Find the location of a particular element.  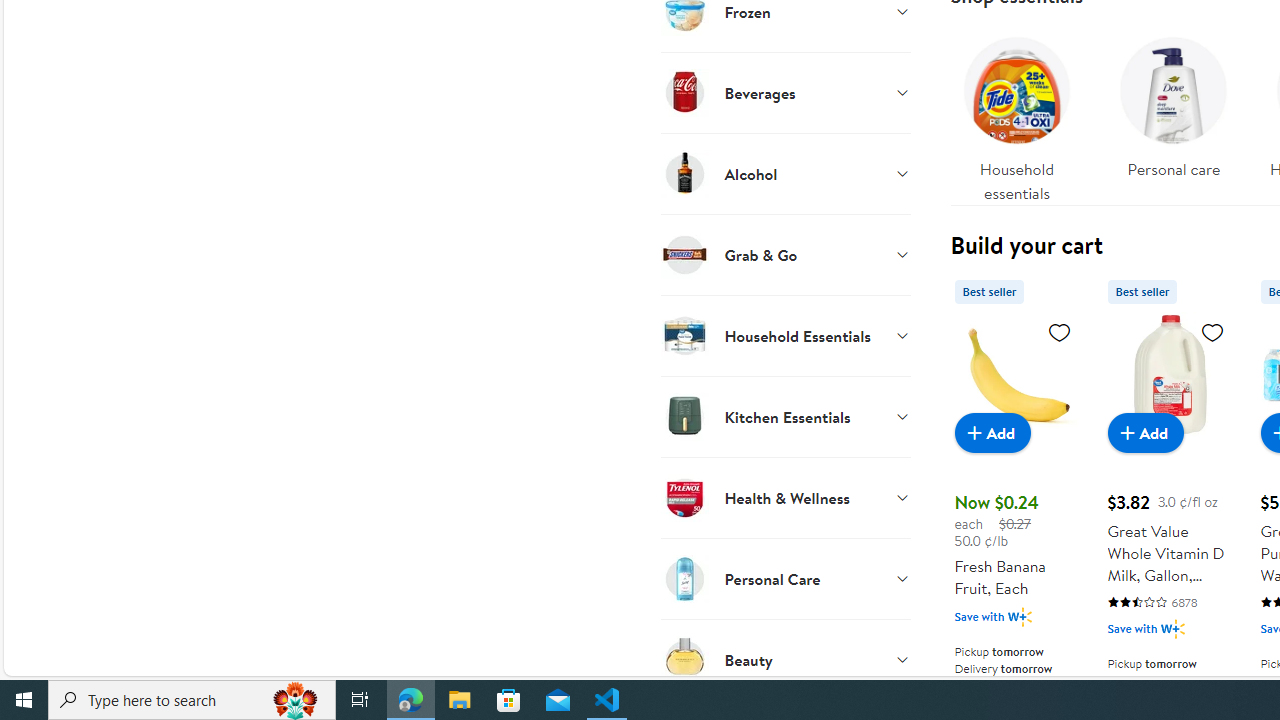

'Sign in to add to Favorites list, Fresh Banana Fruit, Each' is located at coordinates (1058, 330).